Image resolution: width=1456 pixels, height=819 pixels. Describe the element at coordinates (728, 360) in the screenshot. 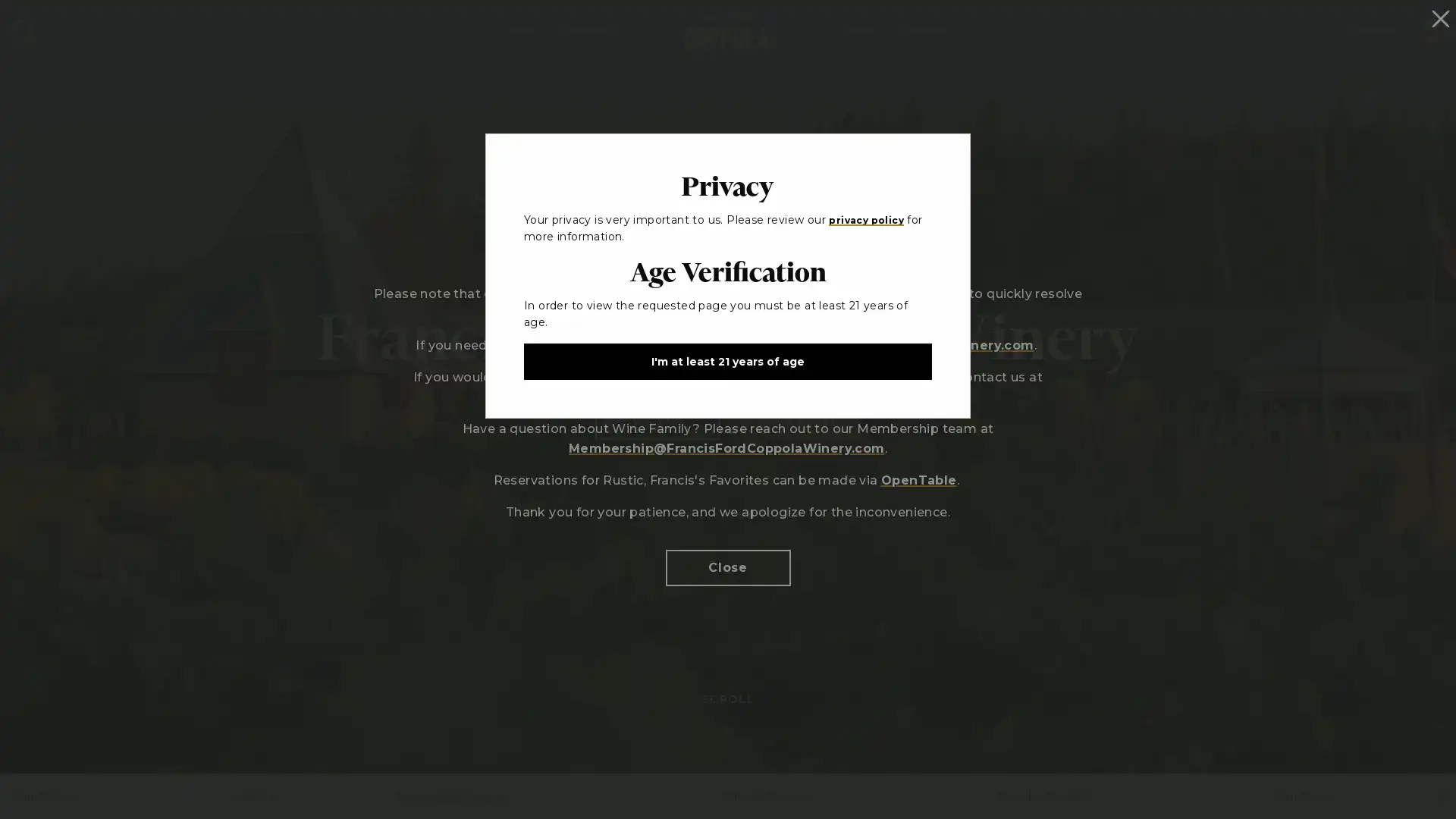

I see `I'm at least 21 years of age` at that location.